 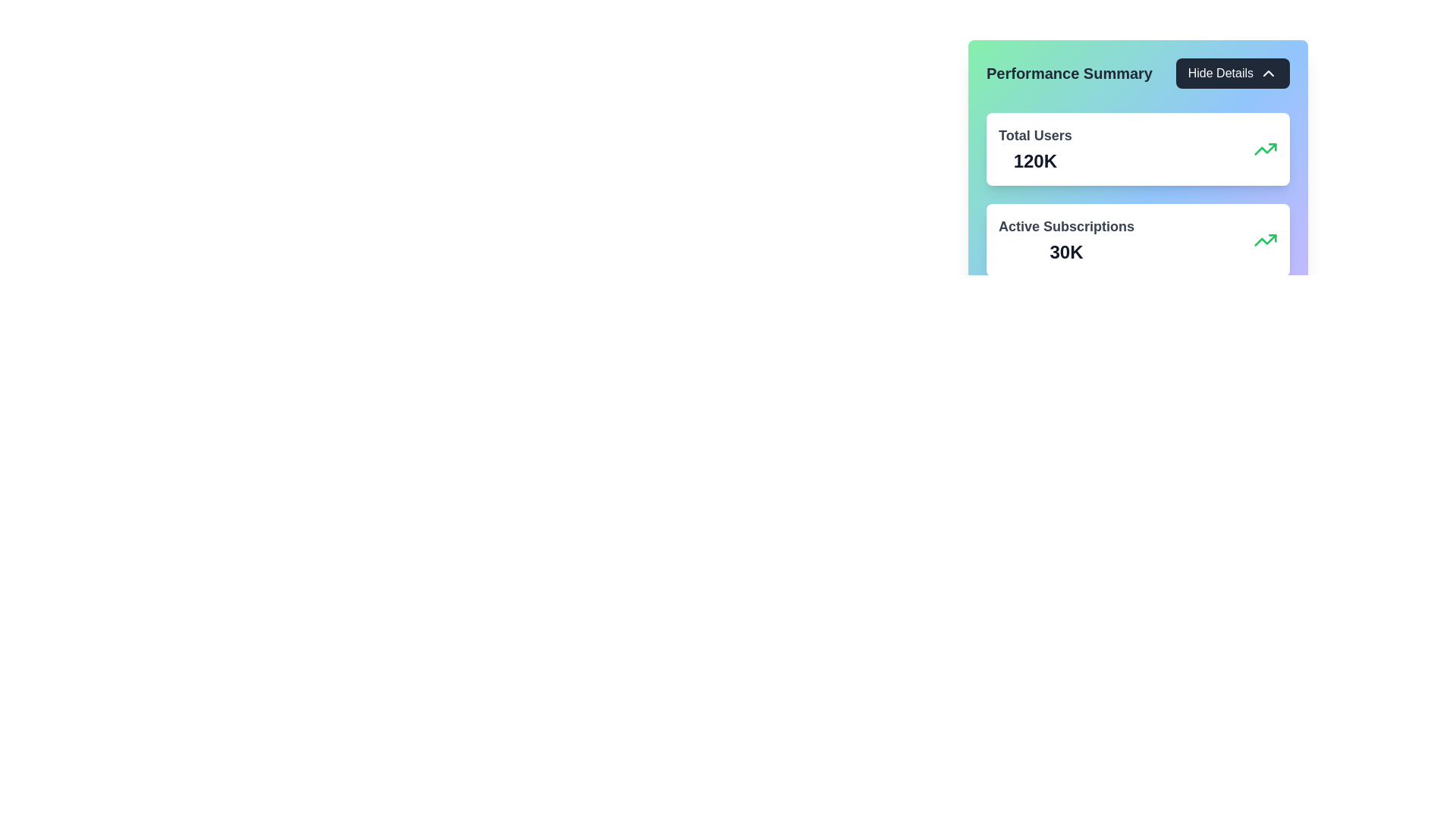 What do you see at coordinates (1266, 239) in the screenshot?
I see `the upward trend icon located in the bottom-right corner of the 'Active Subscriptions 30K' card, which signifies an increase in active subscriptions` at bounding box center [1266, 239].